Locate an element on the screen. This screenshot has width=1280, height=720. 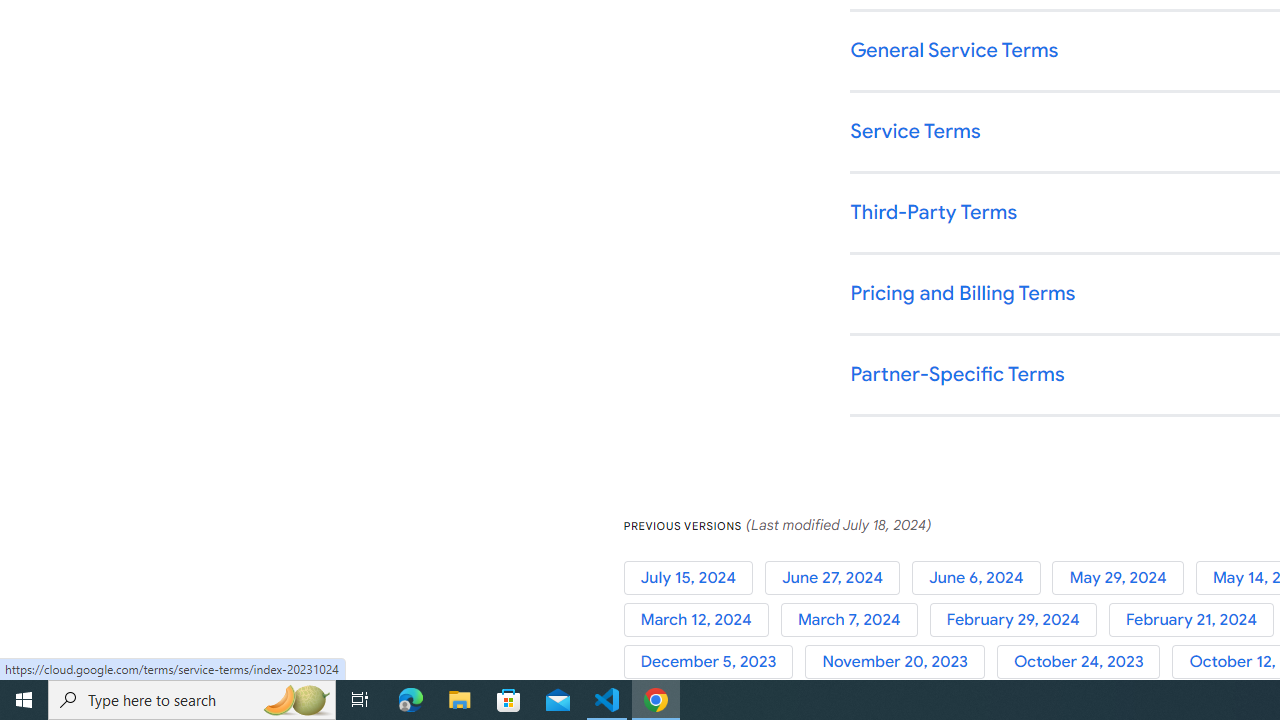
'February 29, 2024' is located at coordinates (1018, 619).